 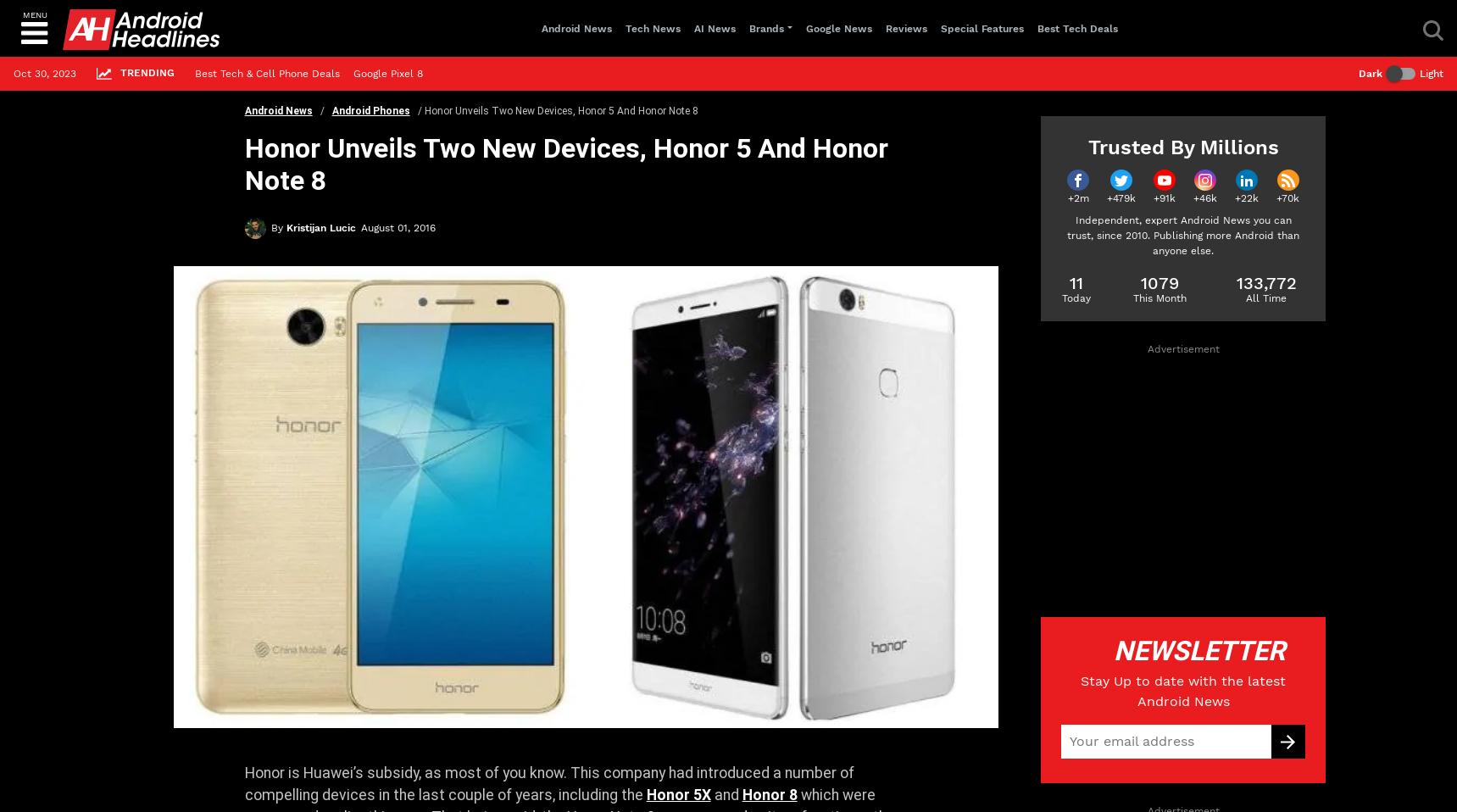 What do you see at coordinates (1265, 297) in the screenshot?
I see `'All Time'` at bounding box center [1265, 297].